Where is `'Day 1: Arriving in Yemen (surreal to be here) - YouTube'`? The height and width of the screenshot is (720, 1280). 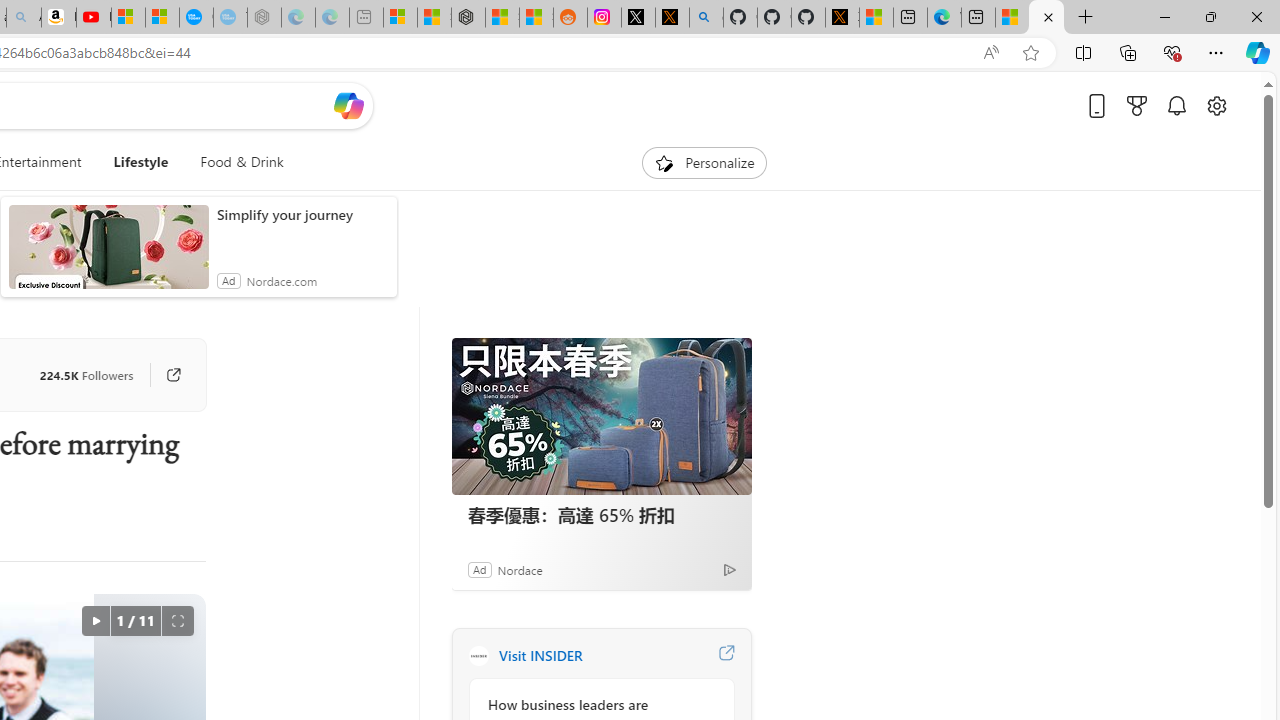 'Day 1: Arriving in Yemen (surreal to be here) - YouTube' is located at coordinates (93, 17).